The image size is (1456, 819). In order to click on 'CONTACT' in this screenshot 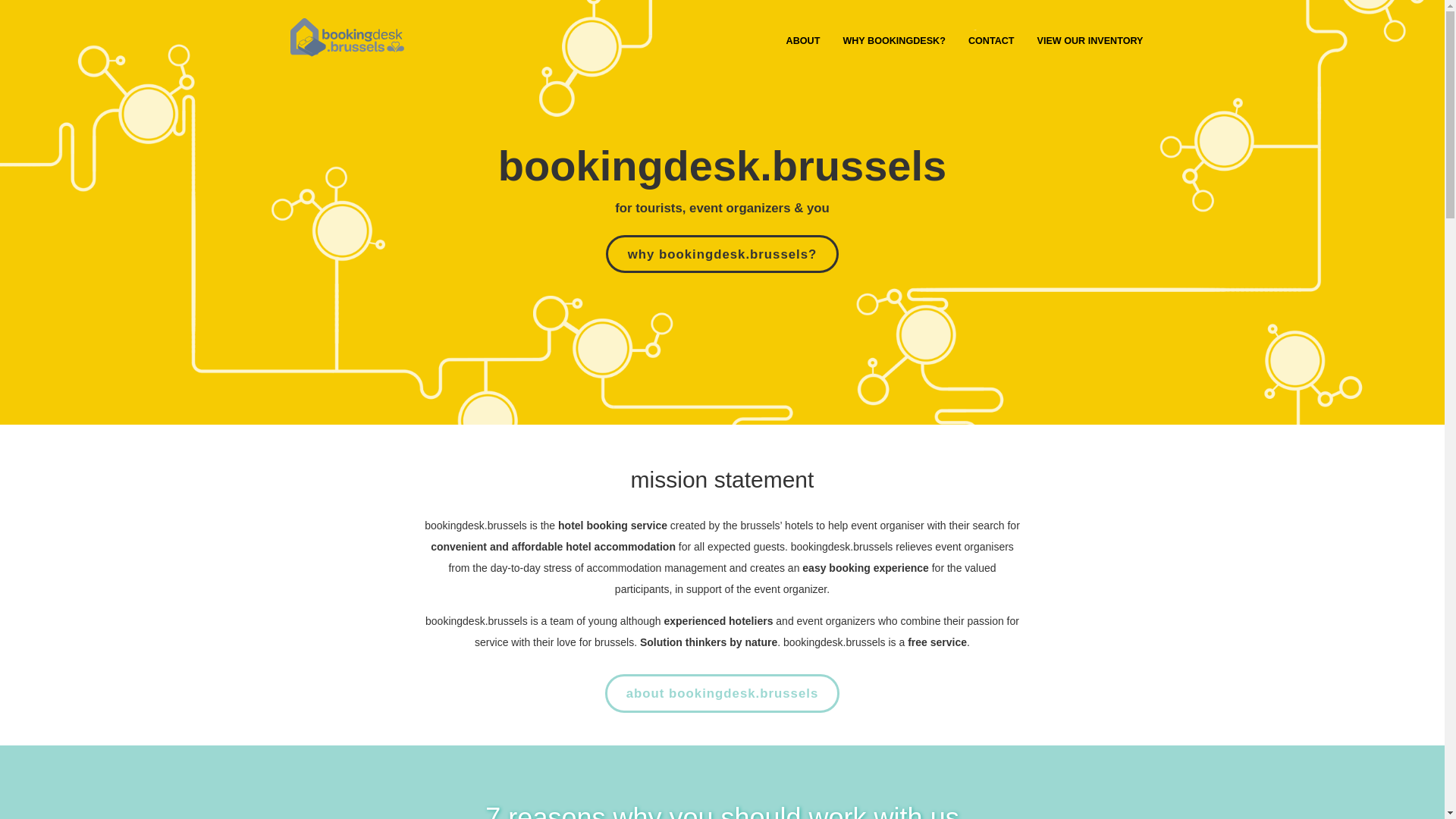, I will do `click(991, 40)`.